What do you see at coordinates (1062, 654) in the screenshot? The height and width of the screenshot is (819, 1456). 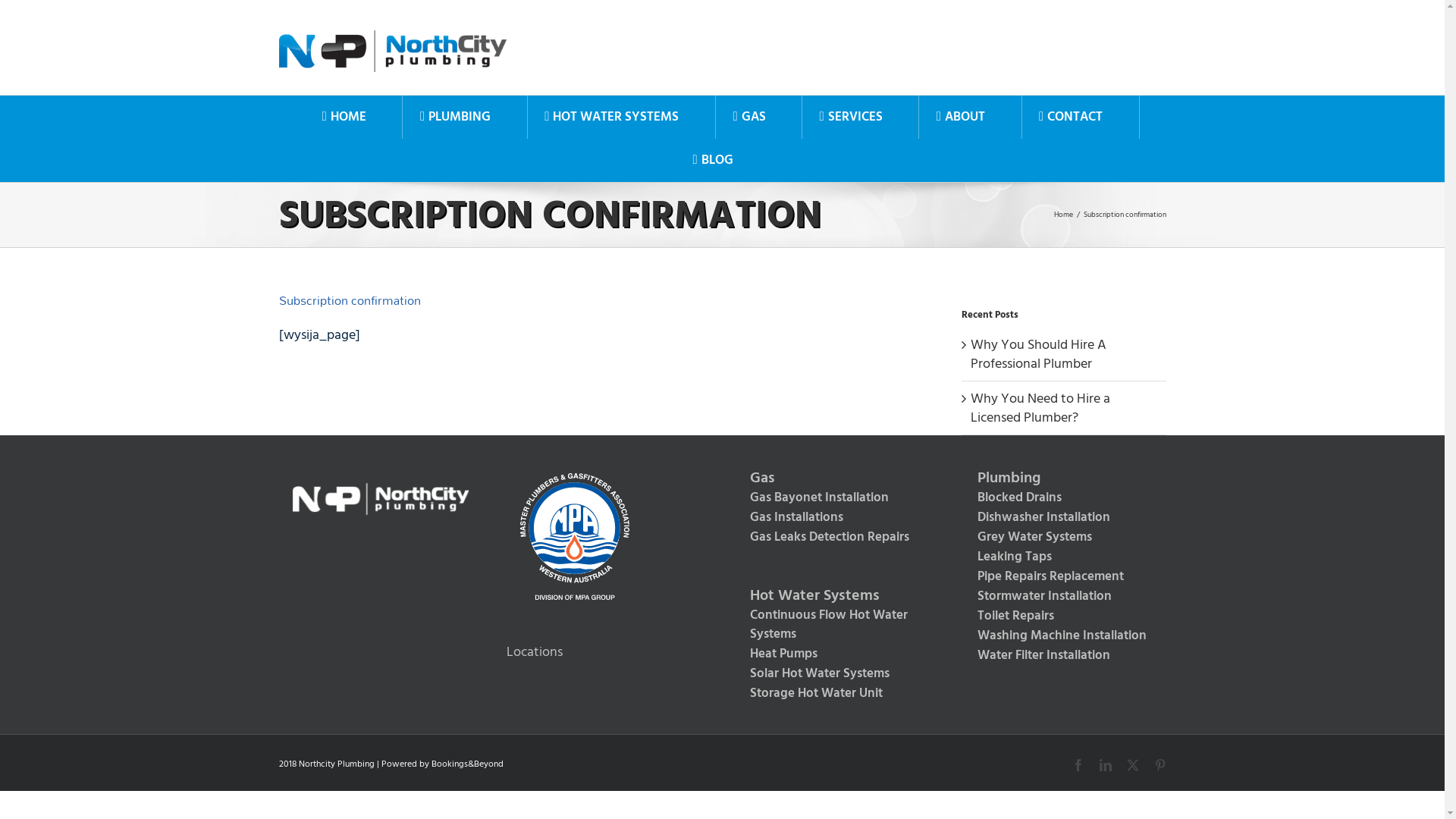 I see `'Water Filter Installation'` at bounding box center [1062, 654].